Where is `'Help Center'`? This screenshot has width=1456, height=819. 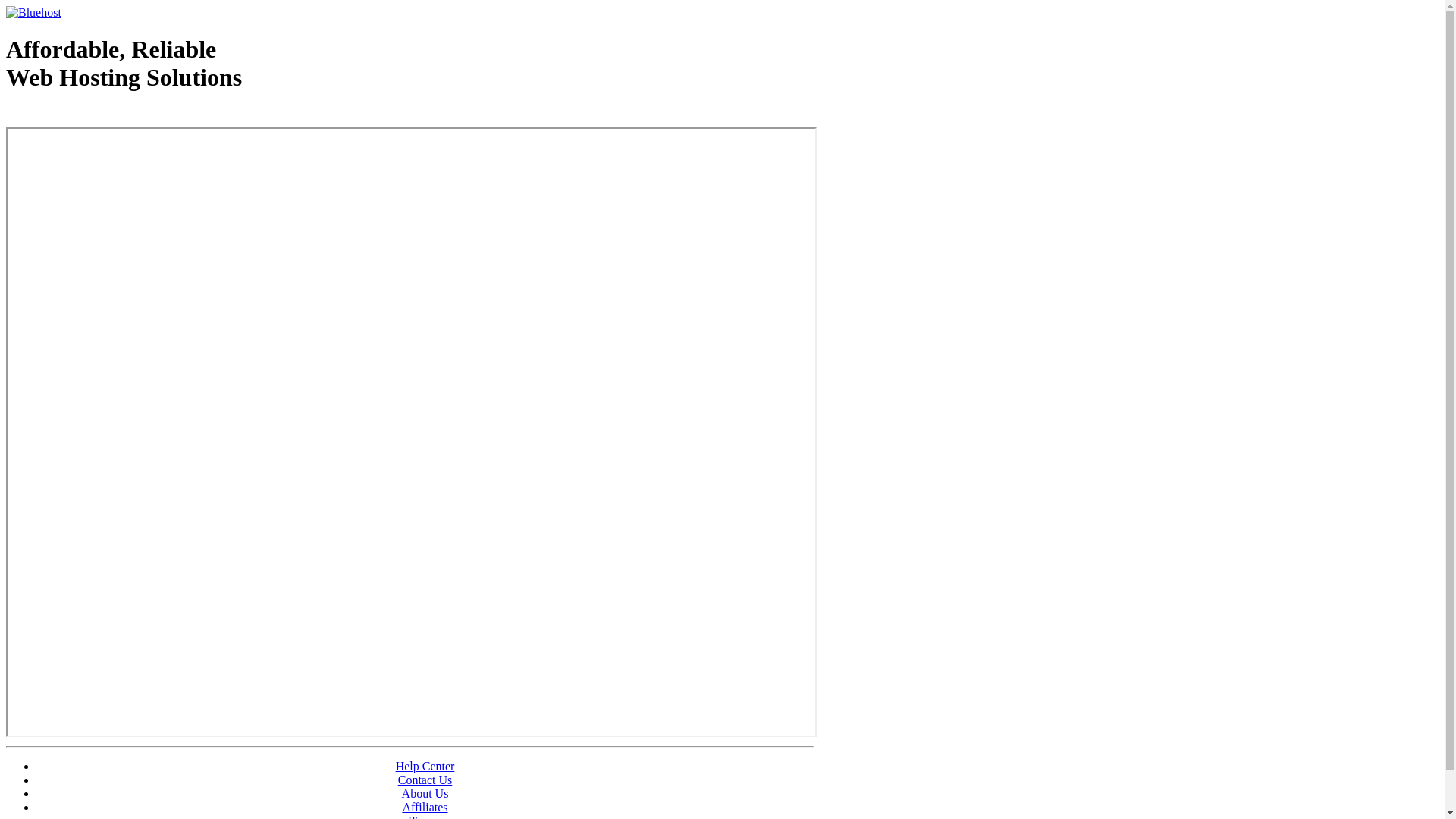 'Help Center' is located at coordinates (425, 766).